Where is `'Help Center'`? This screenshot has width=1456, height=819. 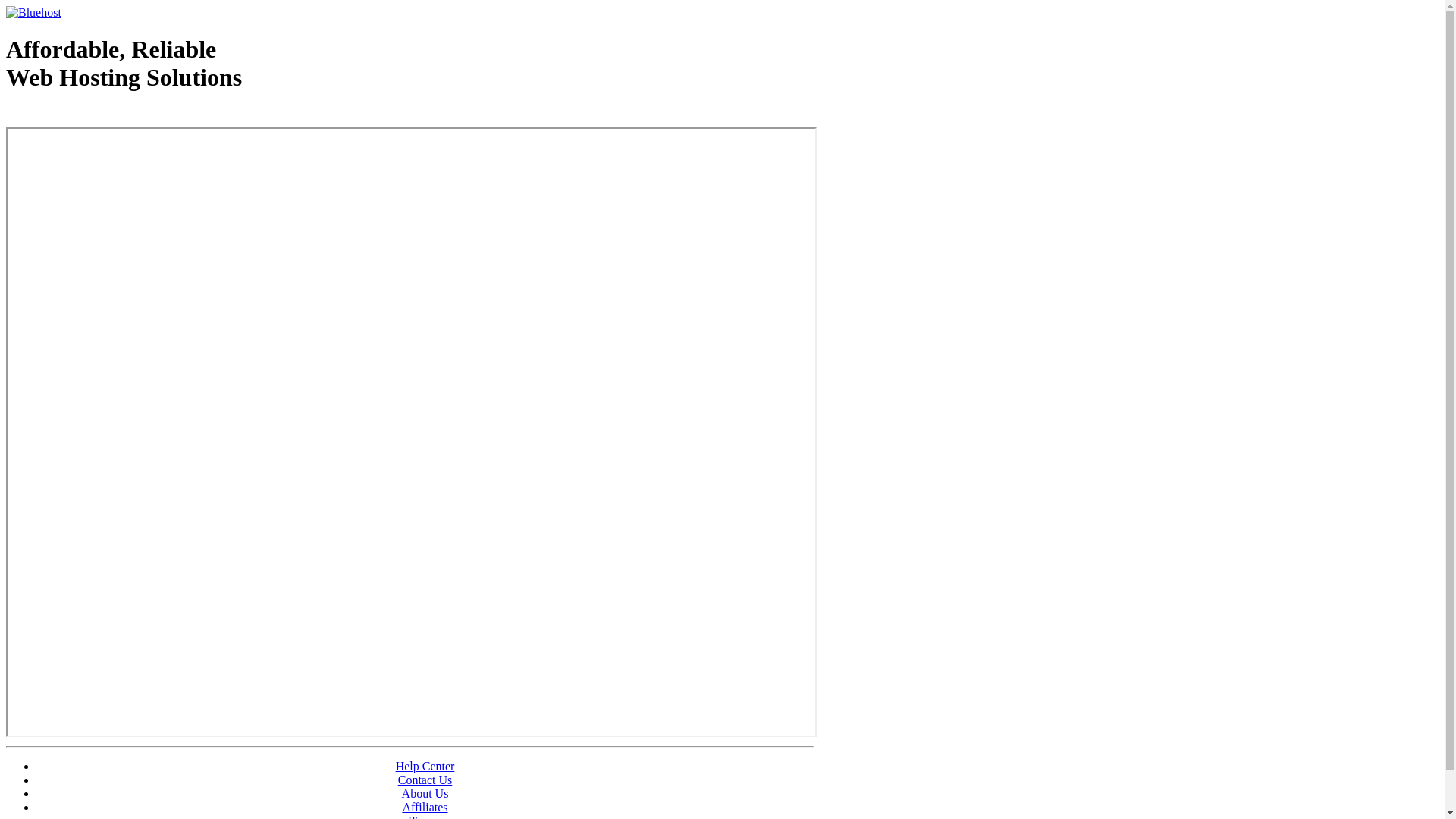 'Help Center' is located at coordinates (425, 766).